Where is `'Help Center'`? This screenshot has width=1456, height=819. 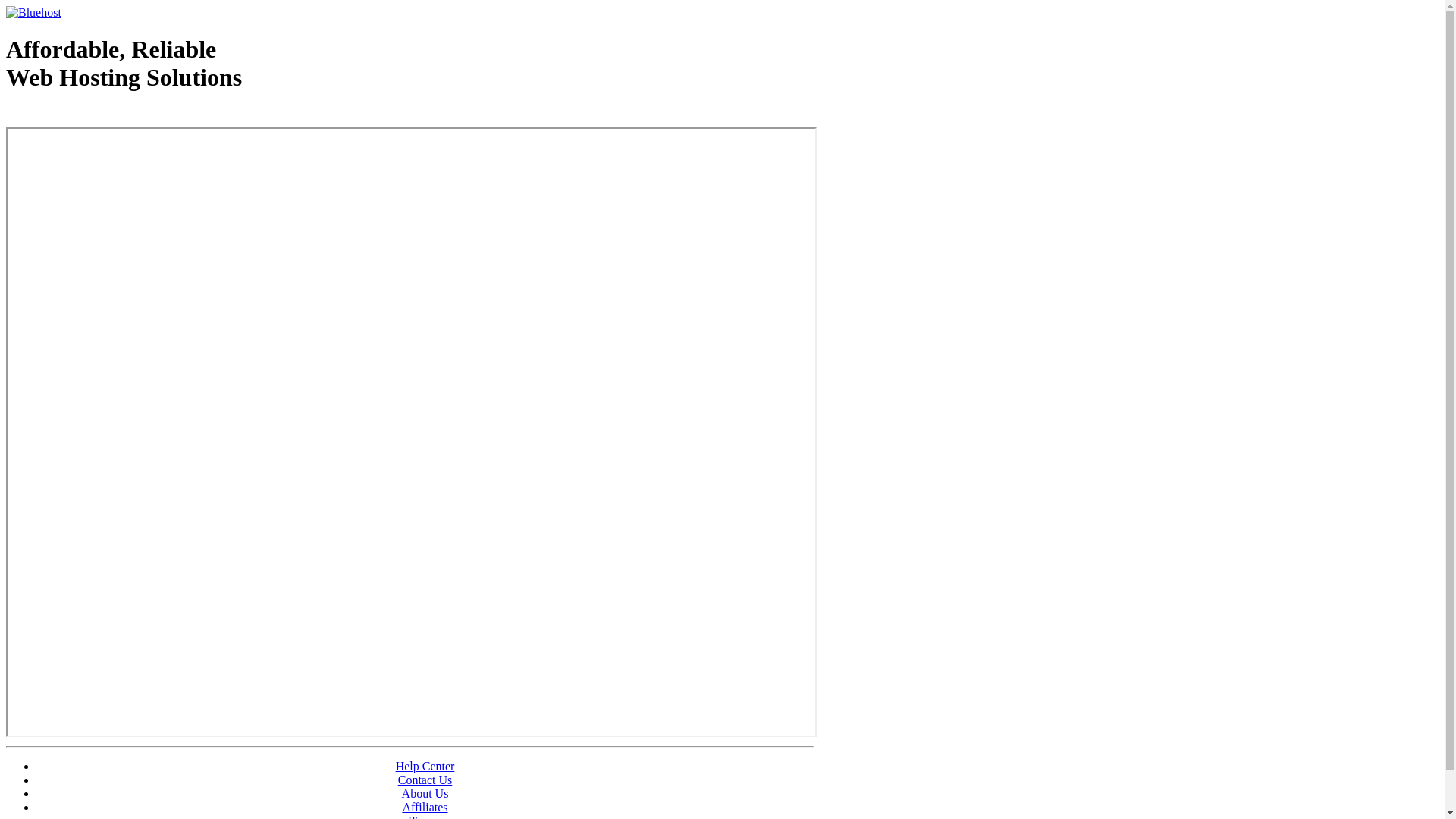 'Help Center' is located at coordinates (425, 766).